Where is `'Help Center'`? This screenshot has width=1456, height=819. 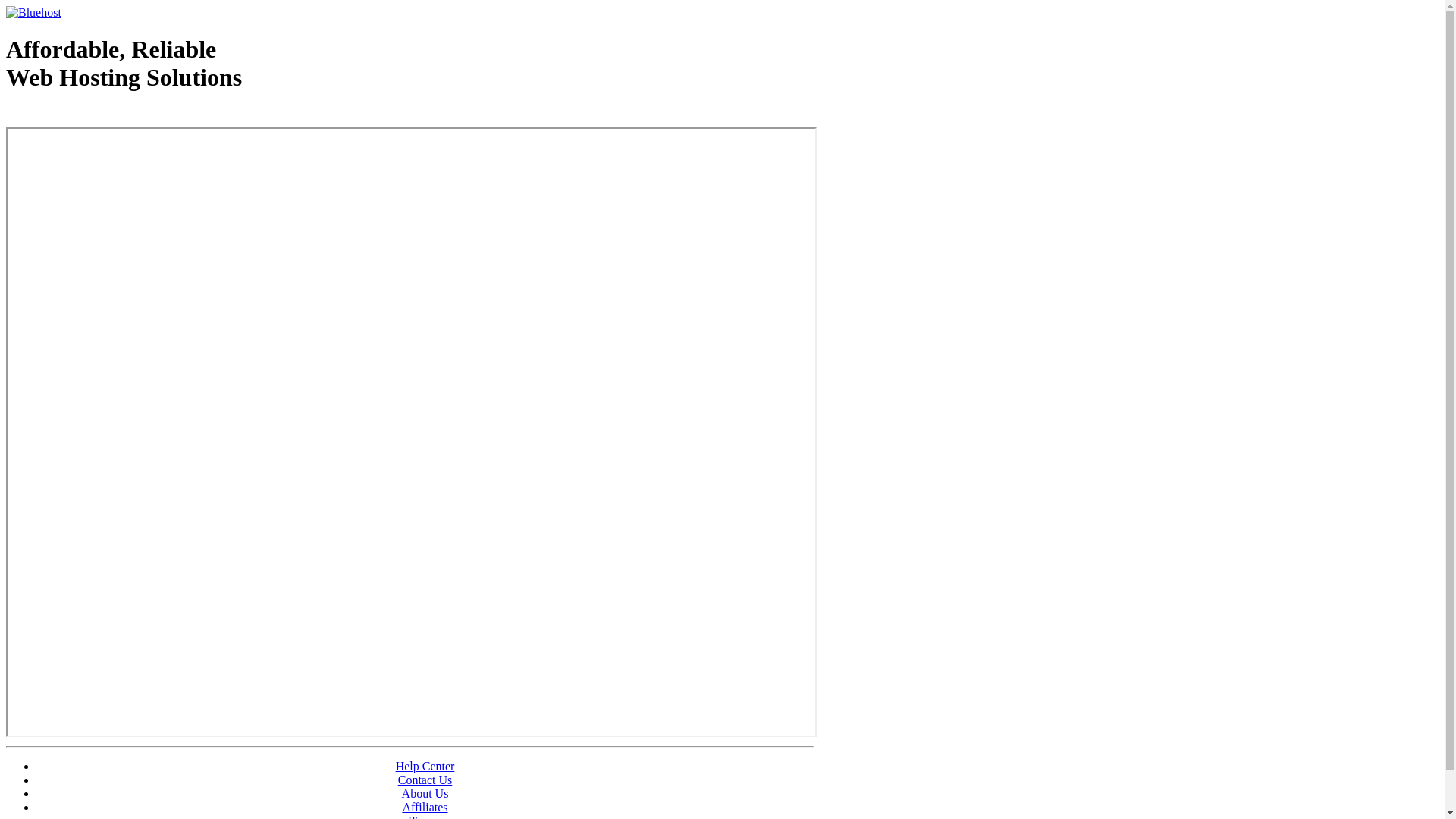 'Help Center' is located at coordinates (425, 766).